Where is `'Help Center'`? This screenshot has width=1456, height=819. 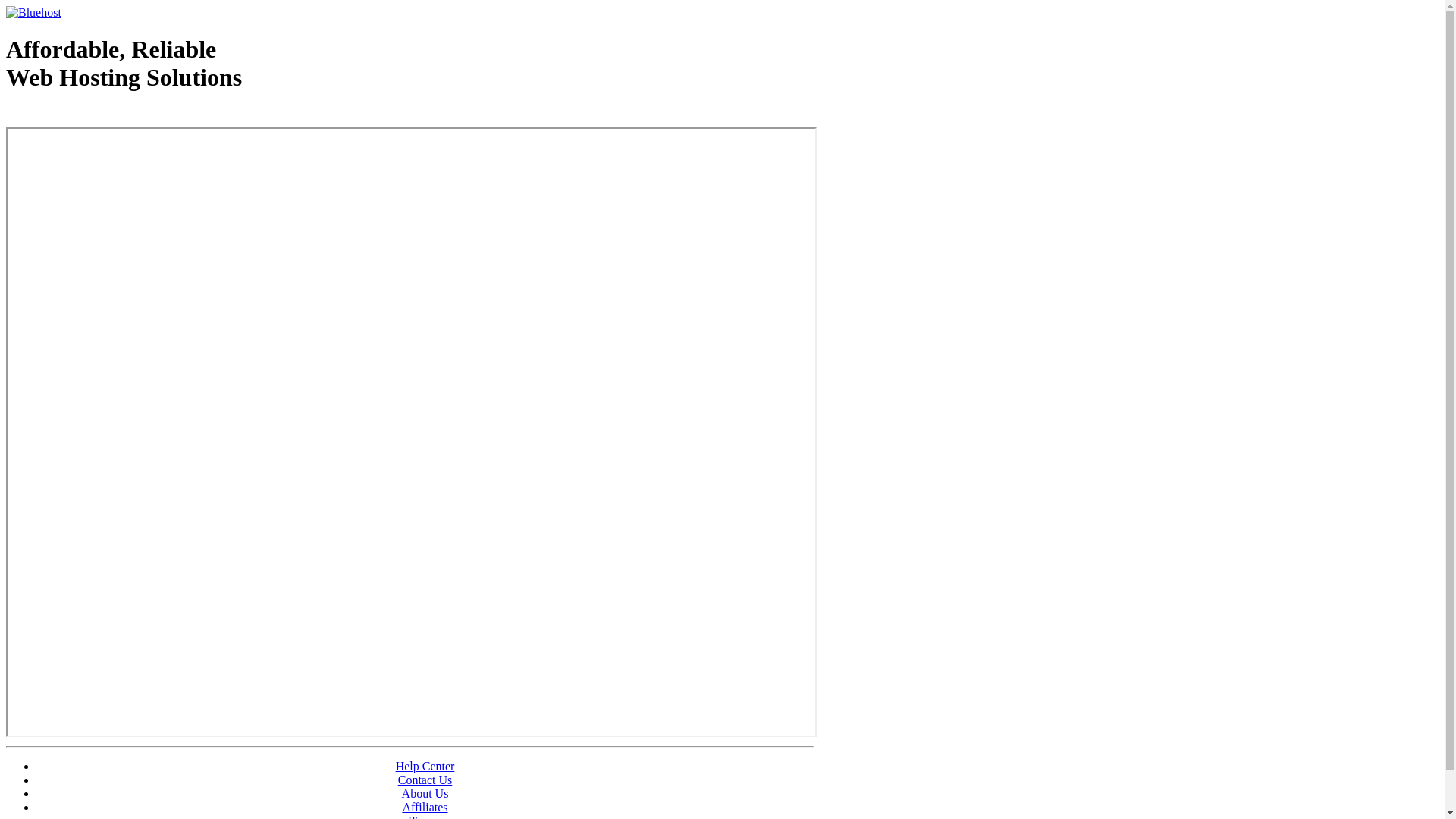 'Help Center' is located at coordinates (425, 766).